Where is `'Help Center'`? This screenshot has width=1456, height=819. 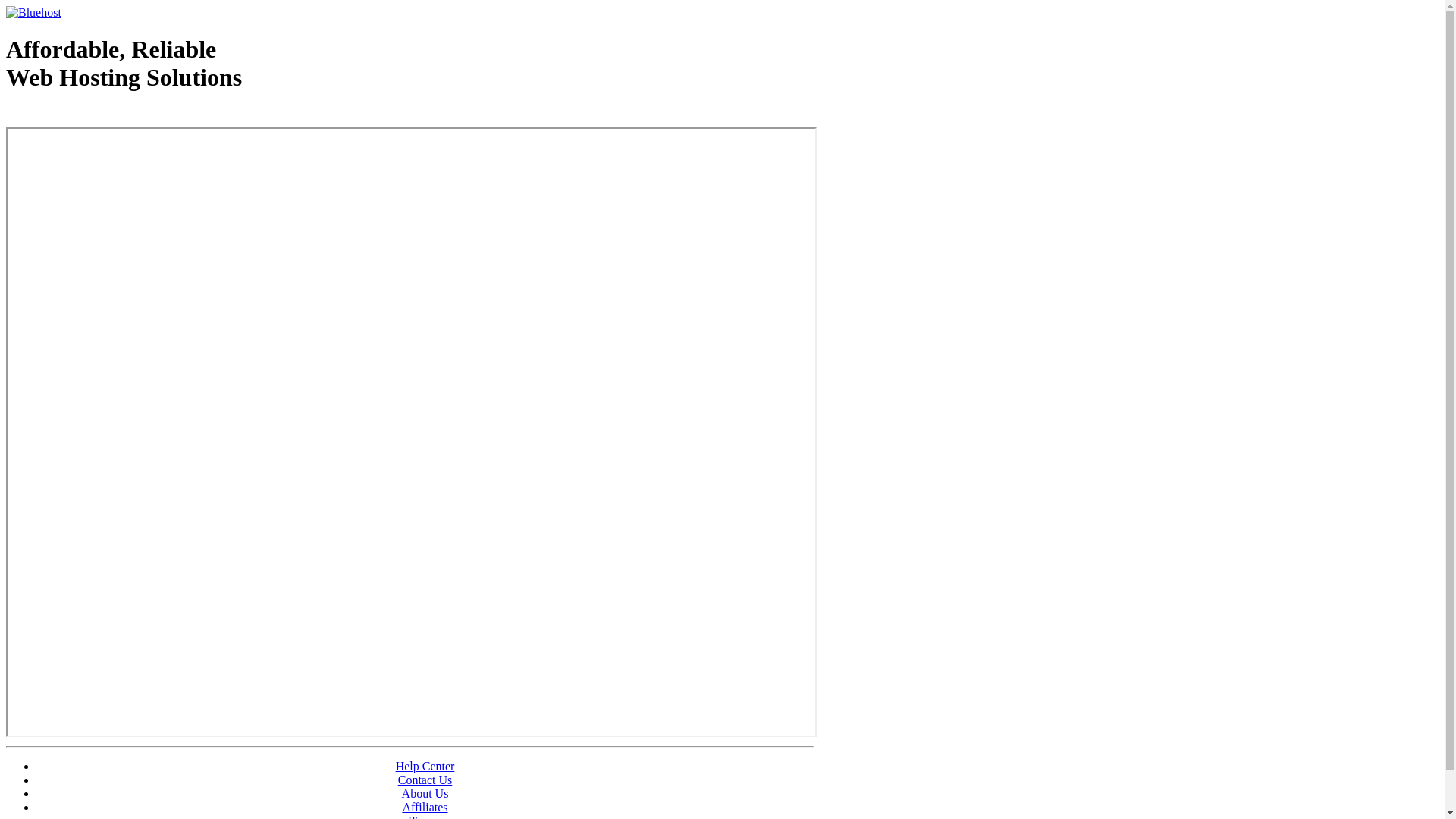 'Help Center' is located at coordinates (425, 766).